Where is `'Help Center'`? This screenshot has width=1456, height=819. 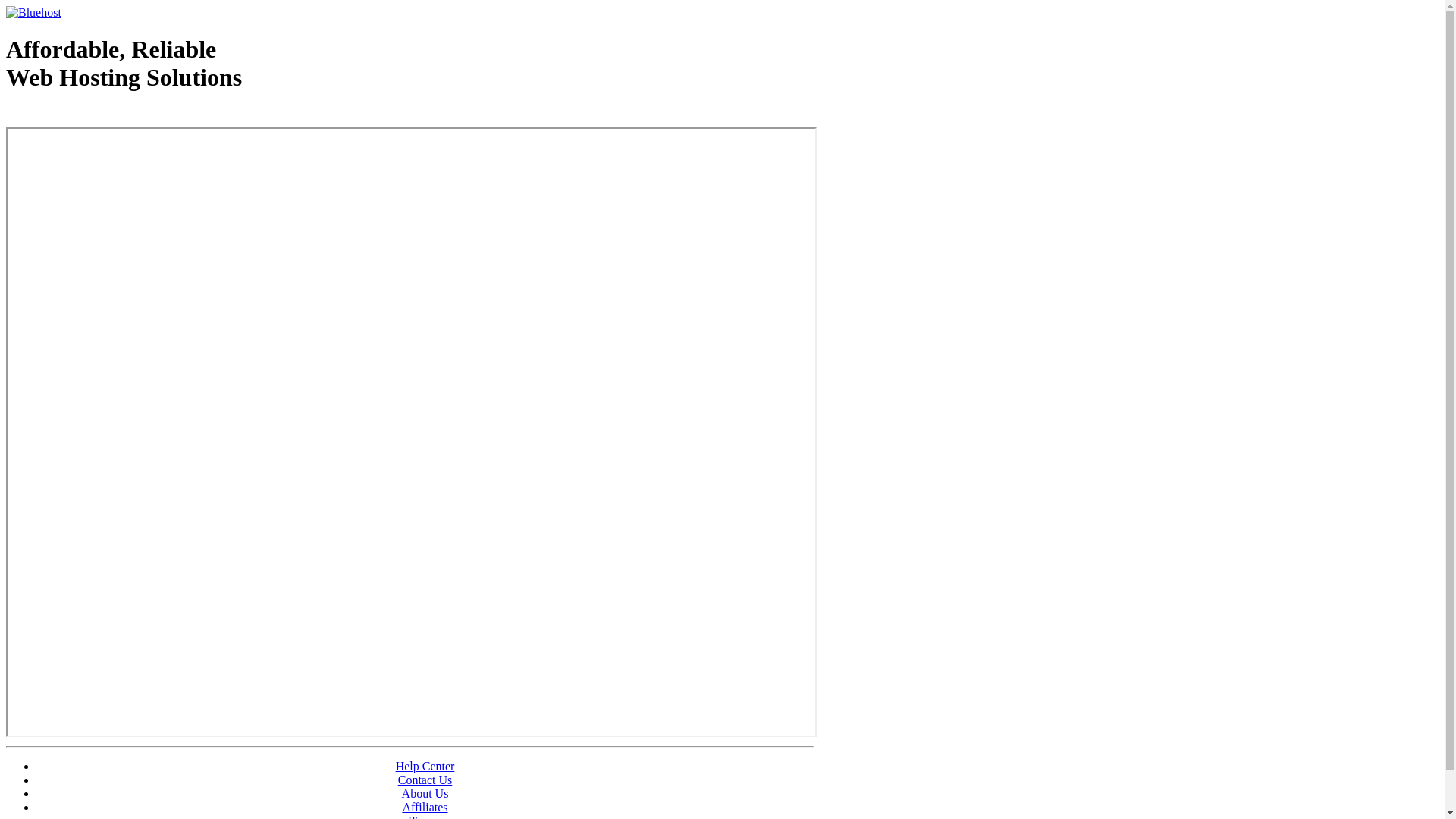 'Help Center' is located at coordinates (425, 766).